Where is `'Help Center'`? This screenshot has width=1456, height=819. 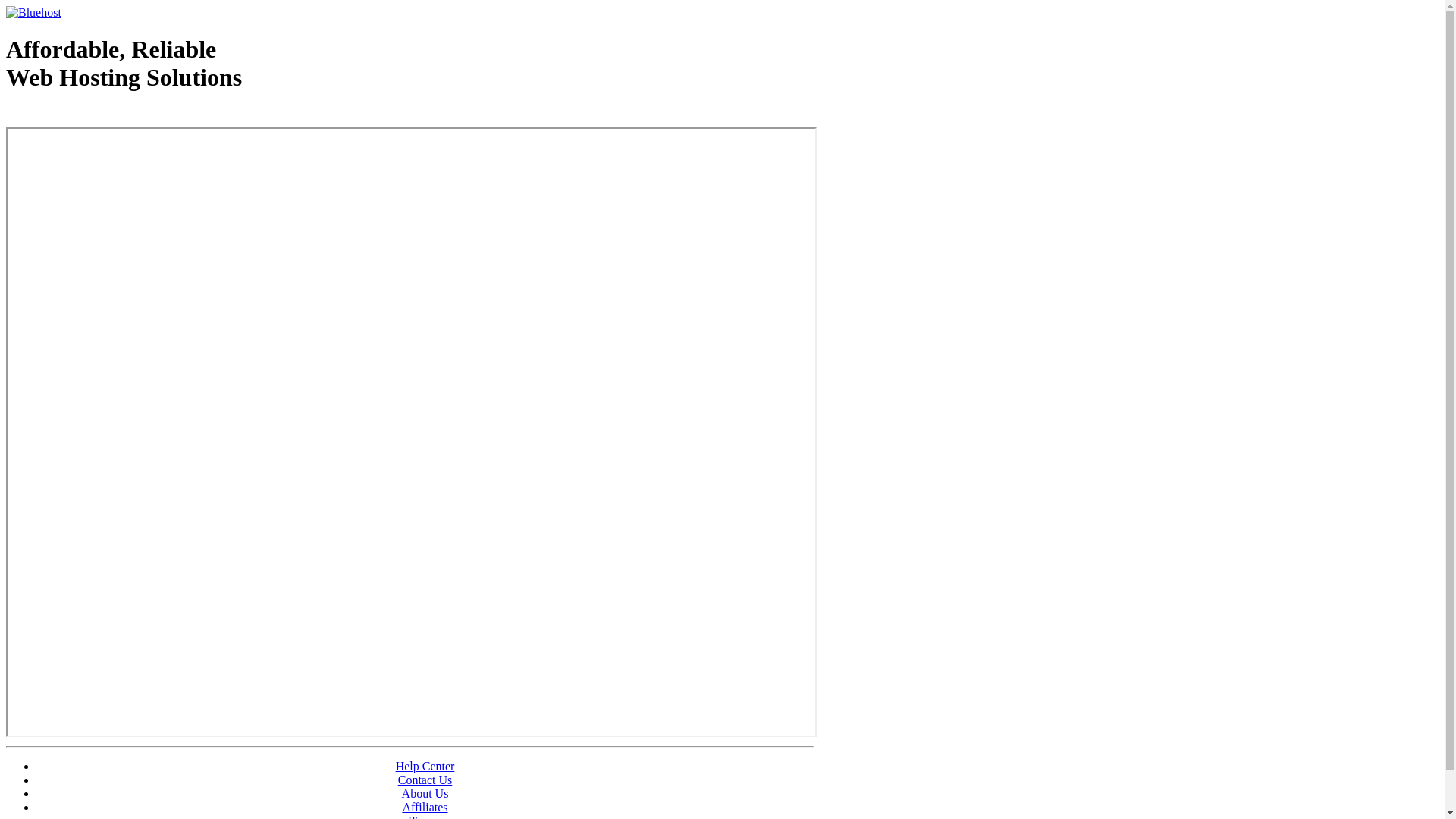 'Help Center' is located at coordinates (425, 766).